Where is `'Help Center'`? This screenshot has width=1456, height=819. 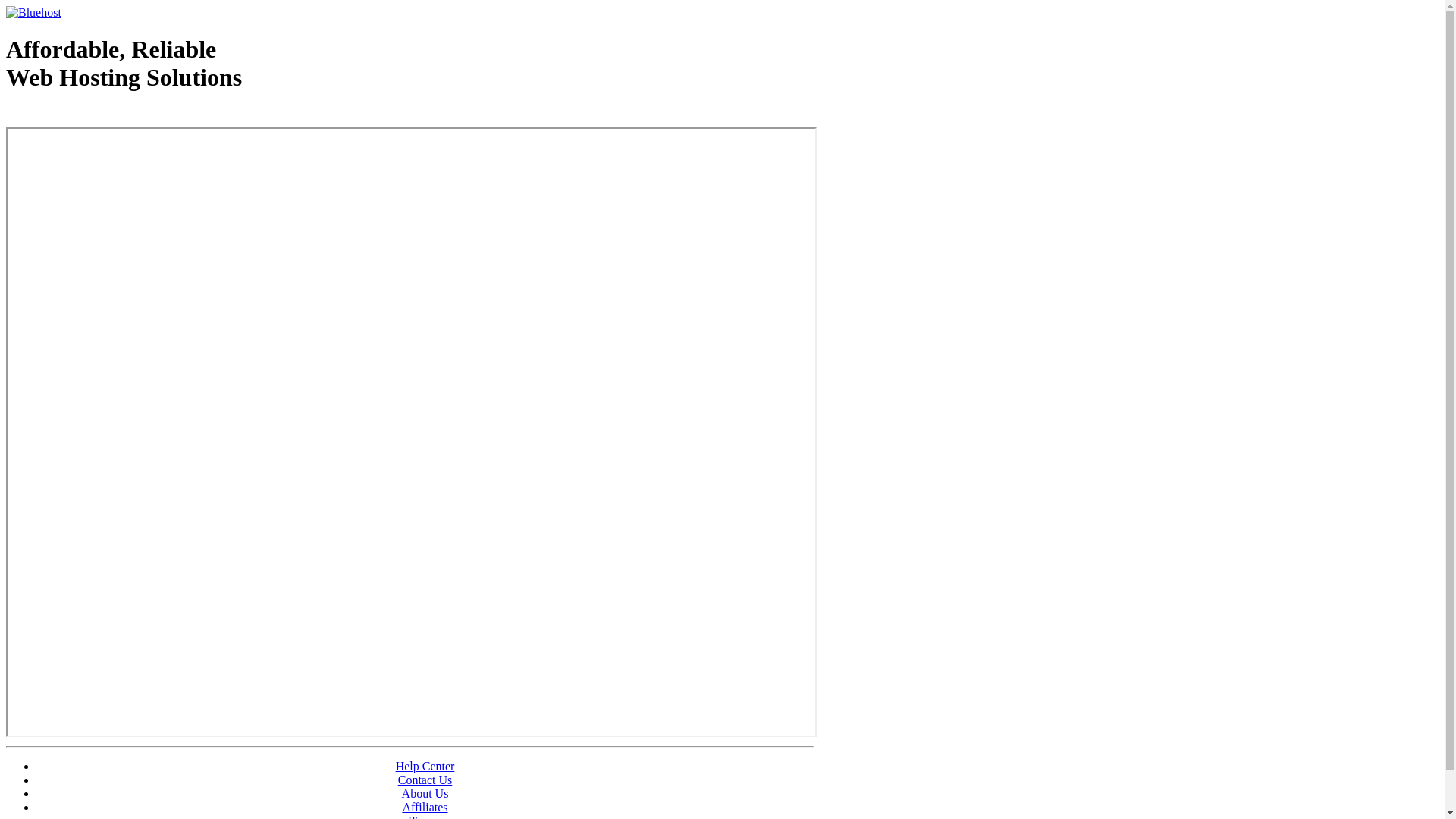 'Help Center' is located at coordinates (425, 766).